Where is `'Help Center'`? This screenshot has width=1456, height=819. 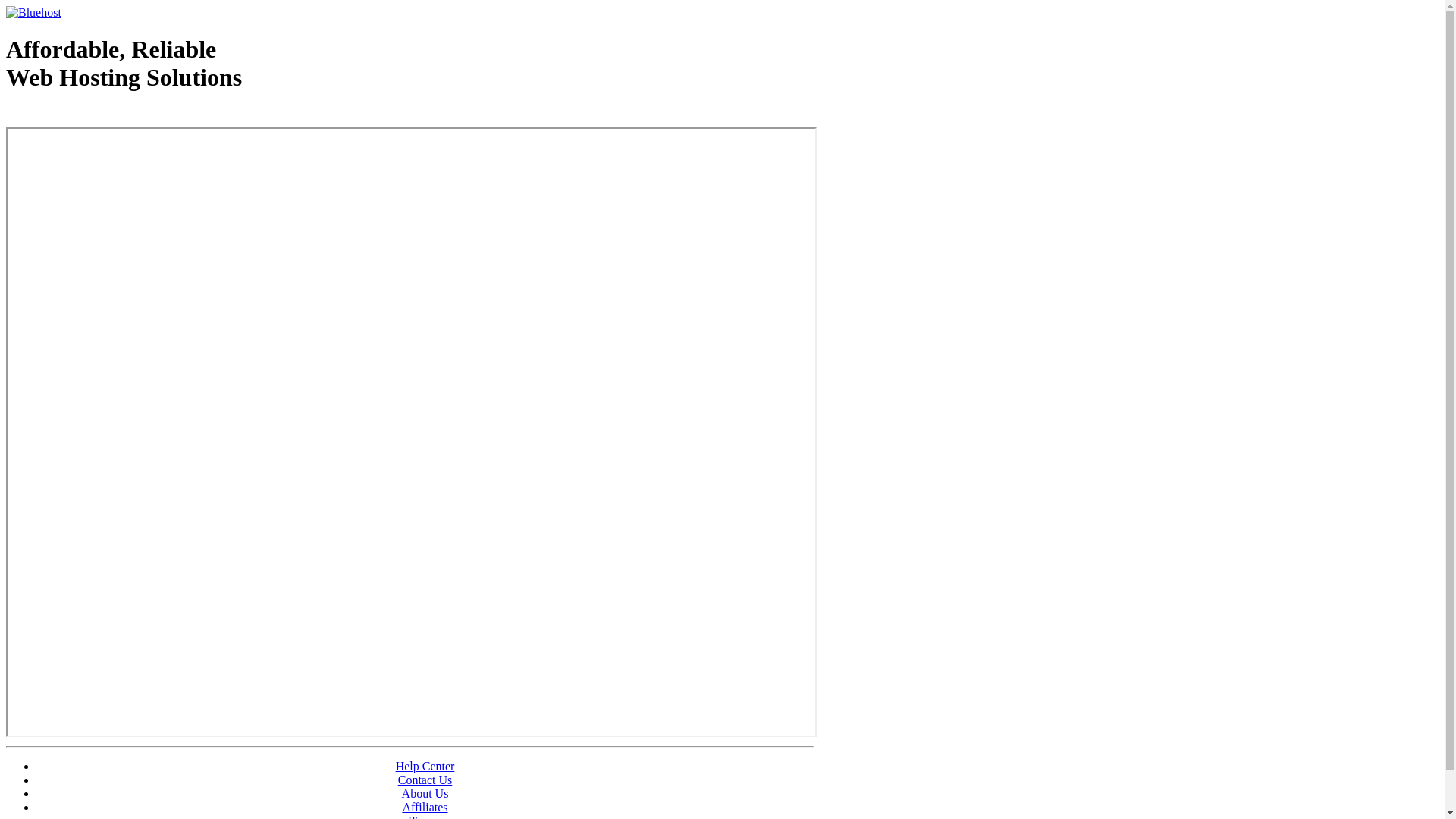 'Help Center' is located at coordinates (425, 766).